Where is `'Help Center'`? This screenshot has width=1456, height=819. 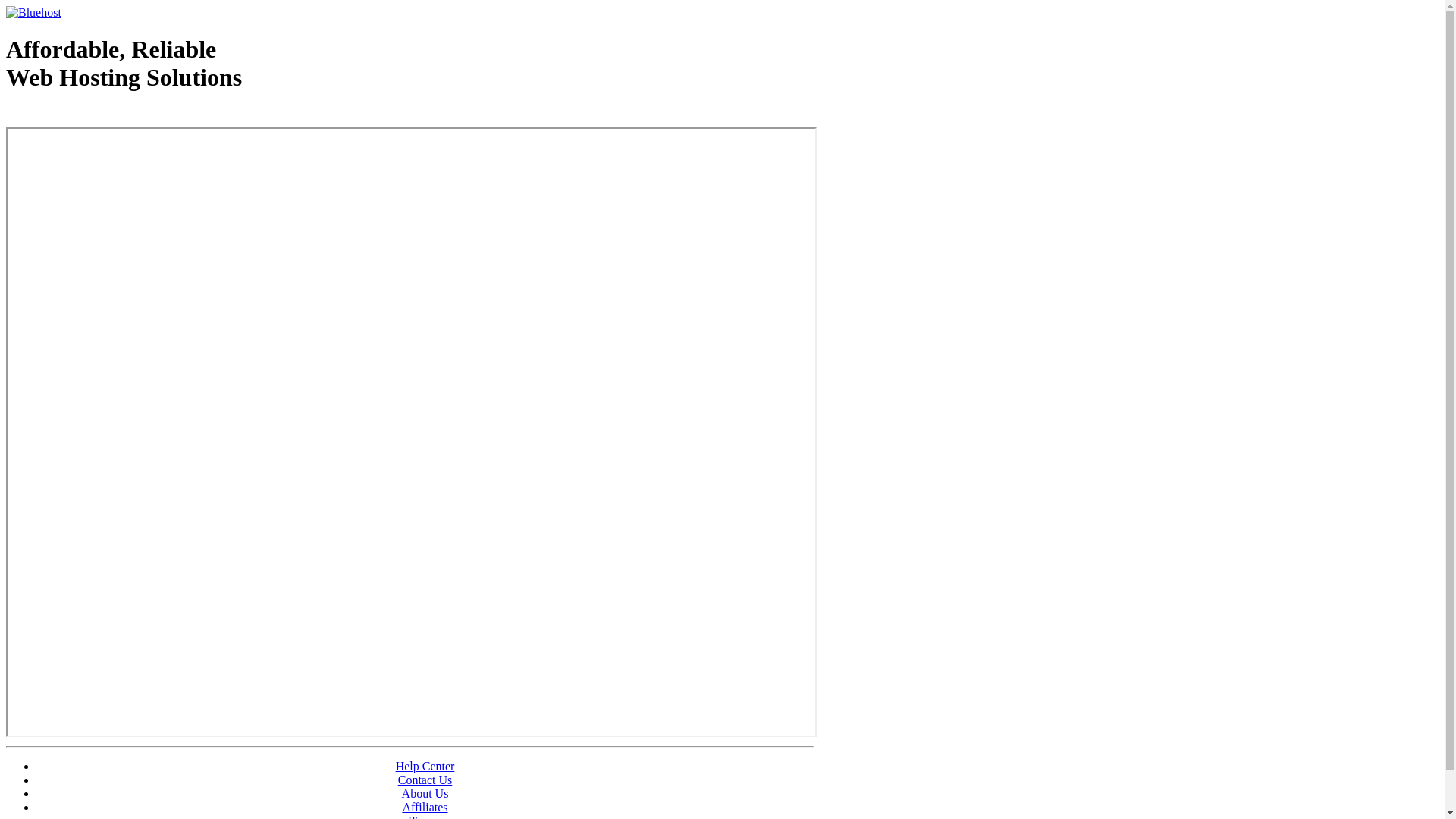 'Help Center' is located at coordinates (425, 766).